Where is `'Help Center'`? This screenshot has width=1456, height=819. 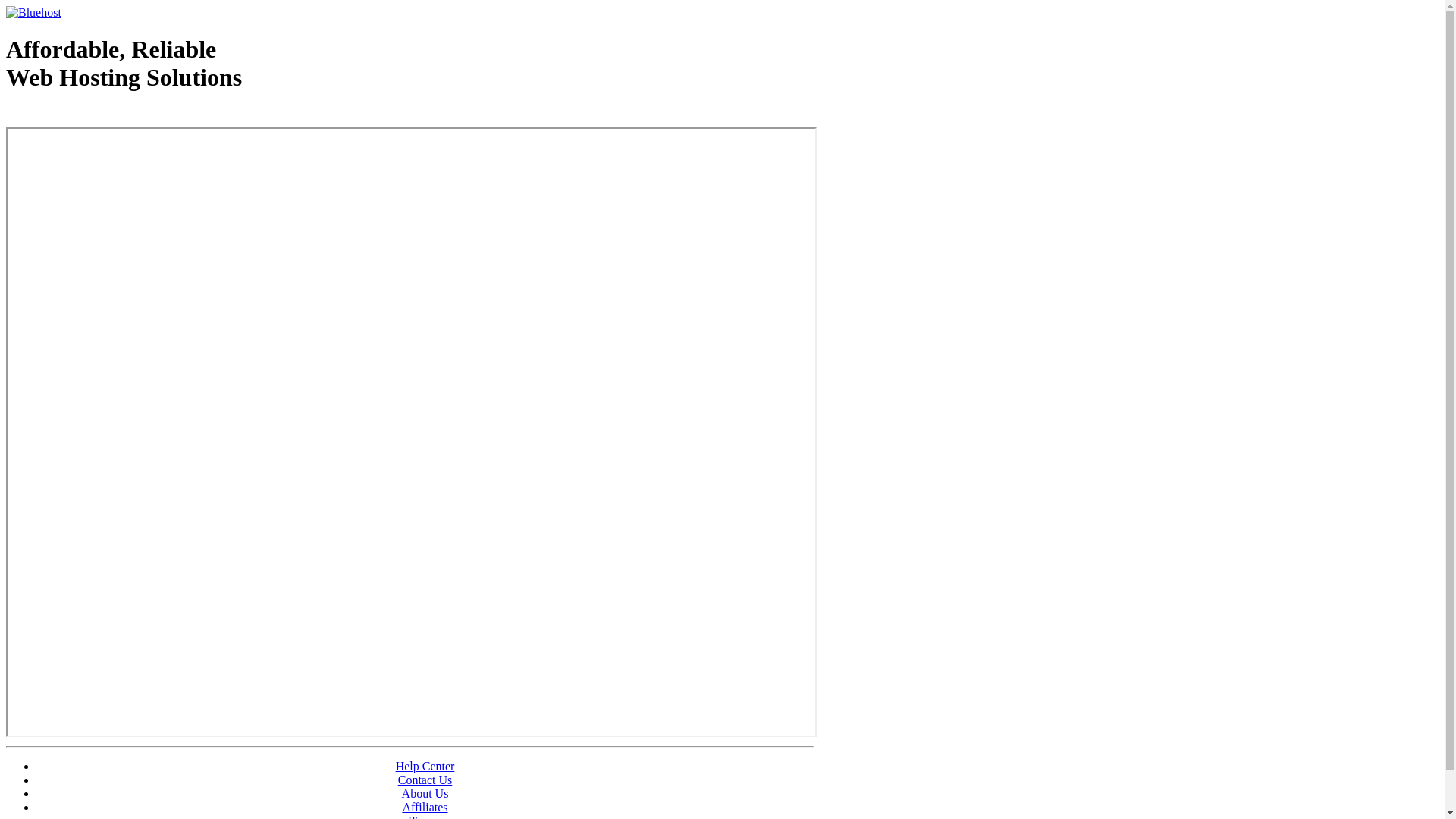 'Help Center' is located at coordinates (425, 766).